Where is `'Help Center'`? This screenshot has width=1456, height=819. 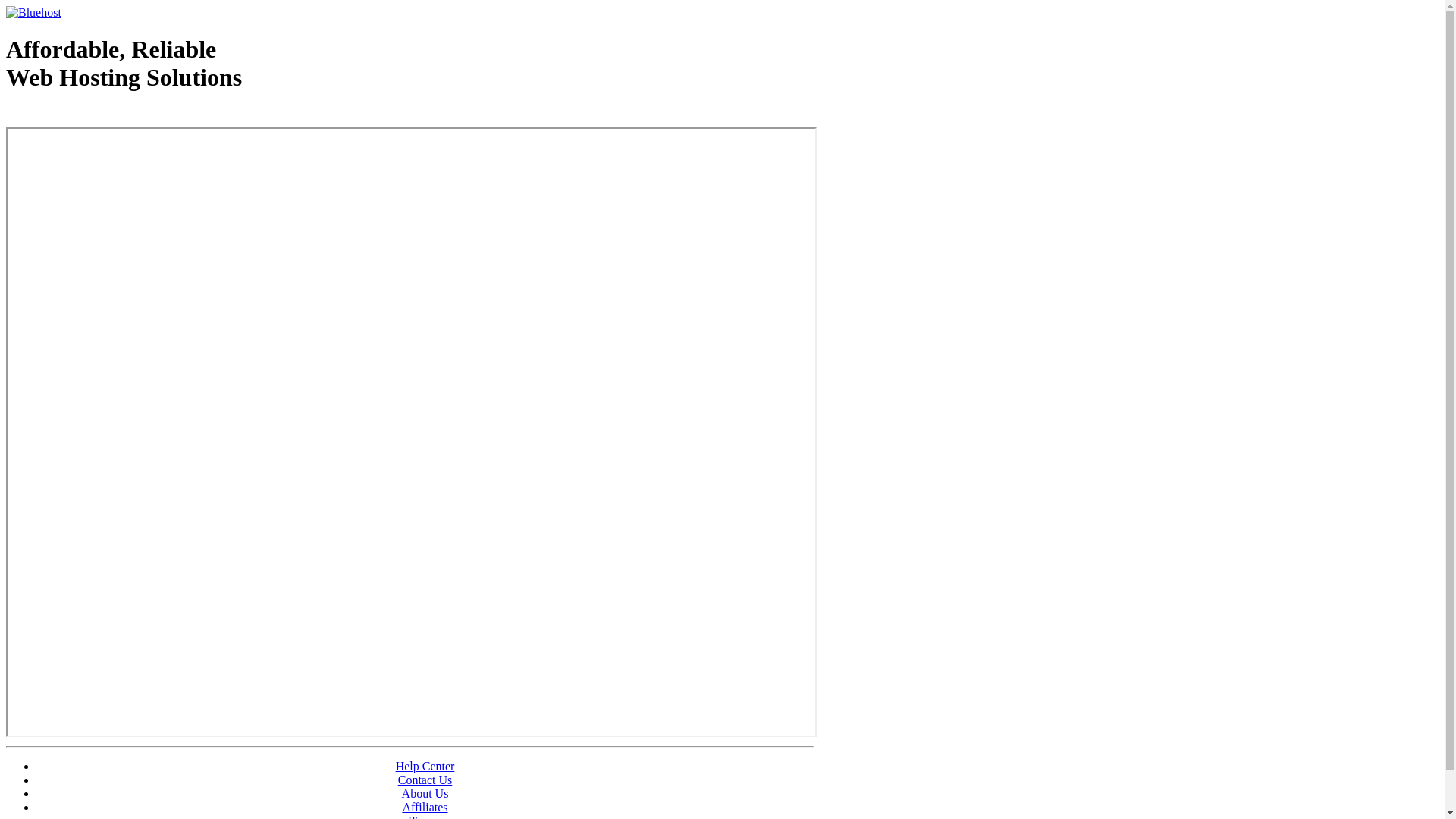 'Help Center' is located at coordinates (425, 766).